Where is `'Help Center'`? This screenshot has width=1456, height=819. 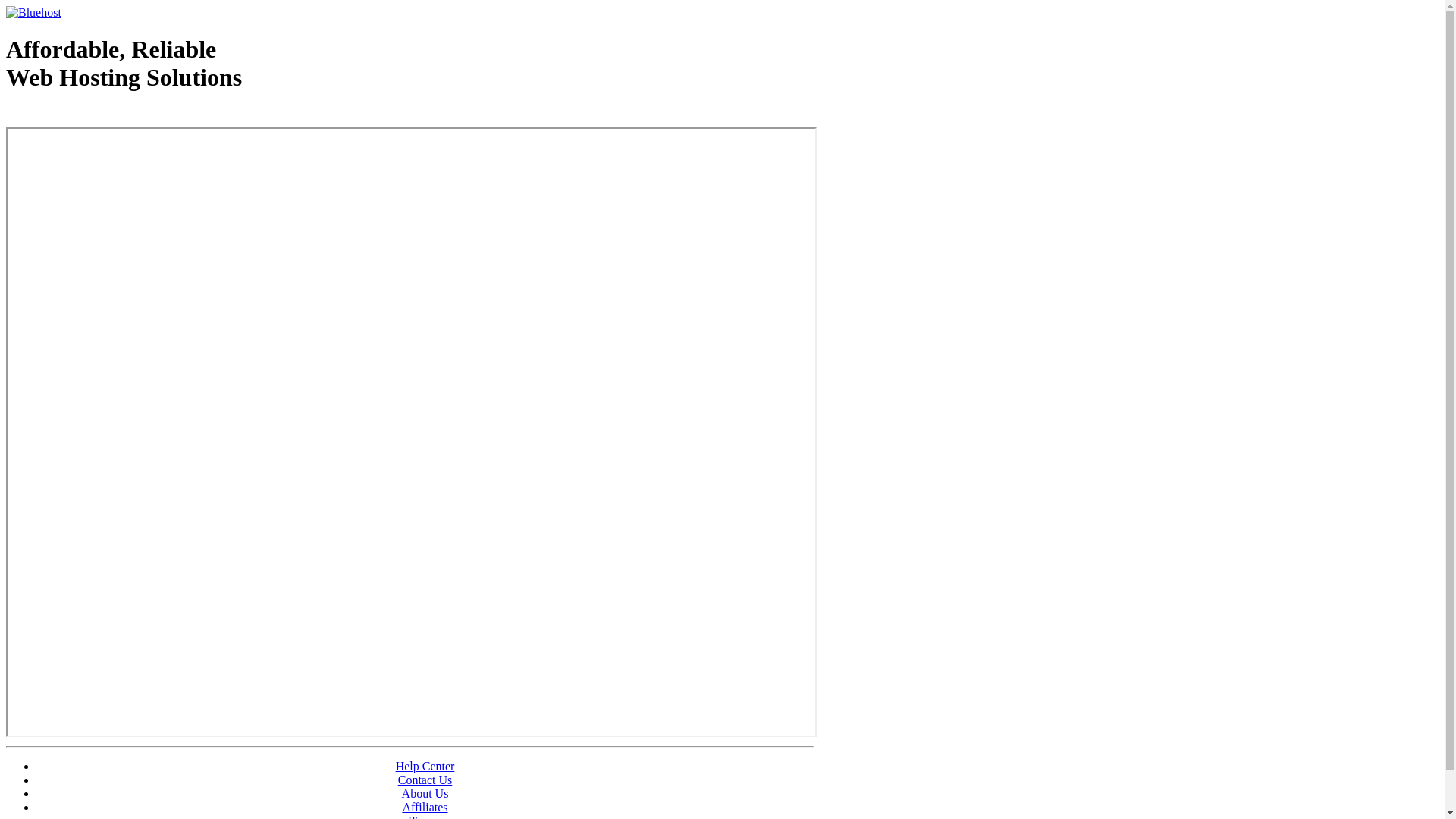 'Help Center' is located at coordinates (425, 766).